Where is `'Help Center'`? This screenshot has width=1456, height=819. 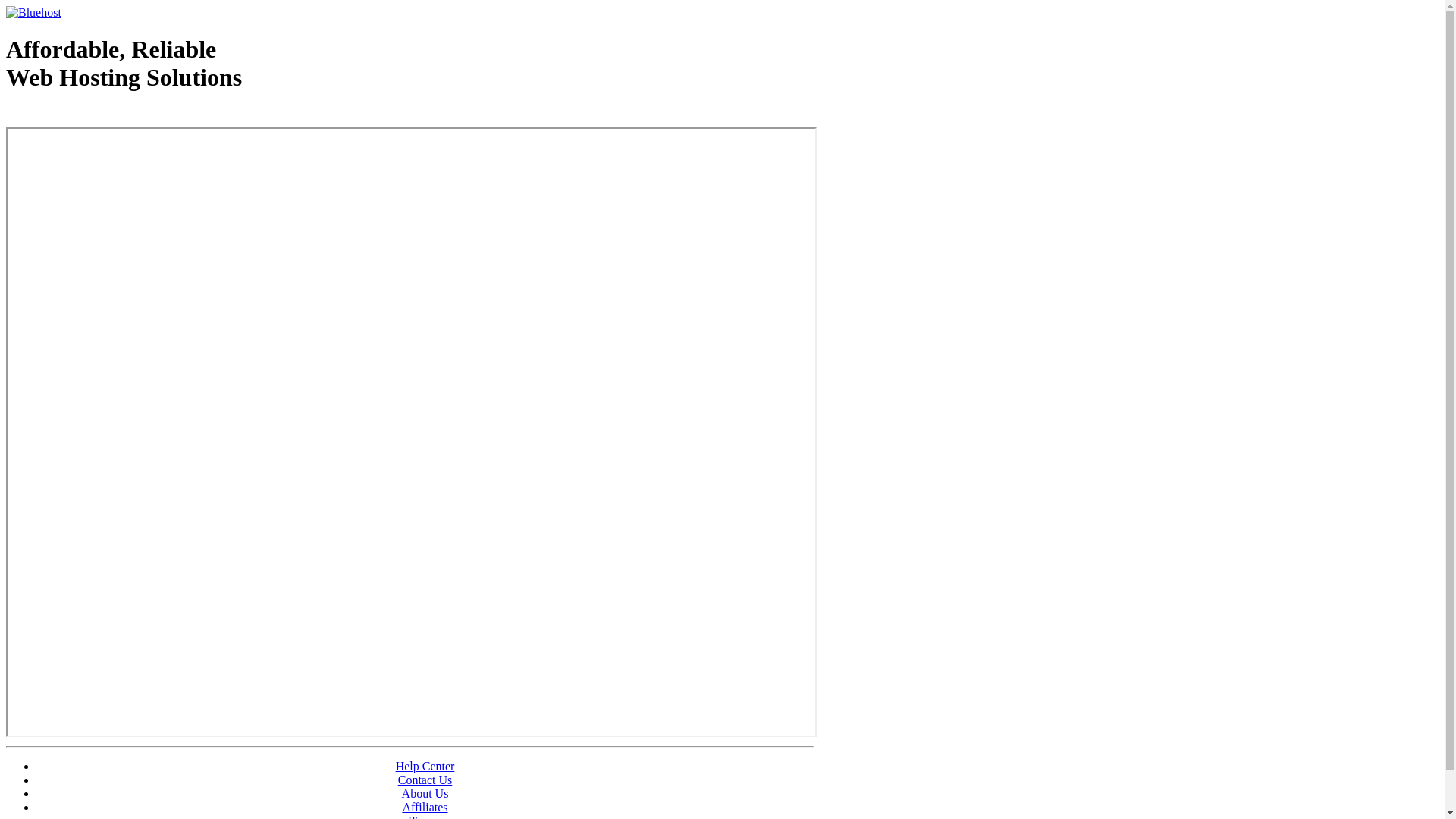 'Help Center' is located at coordinates (425, 766).